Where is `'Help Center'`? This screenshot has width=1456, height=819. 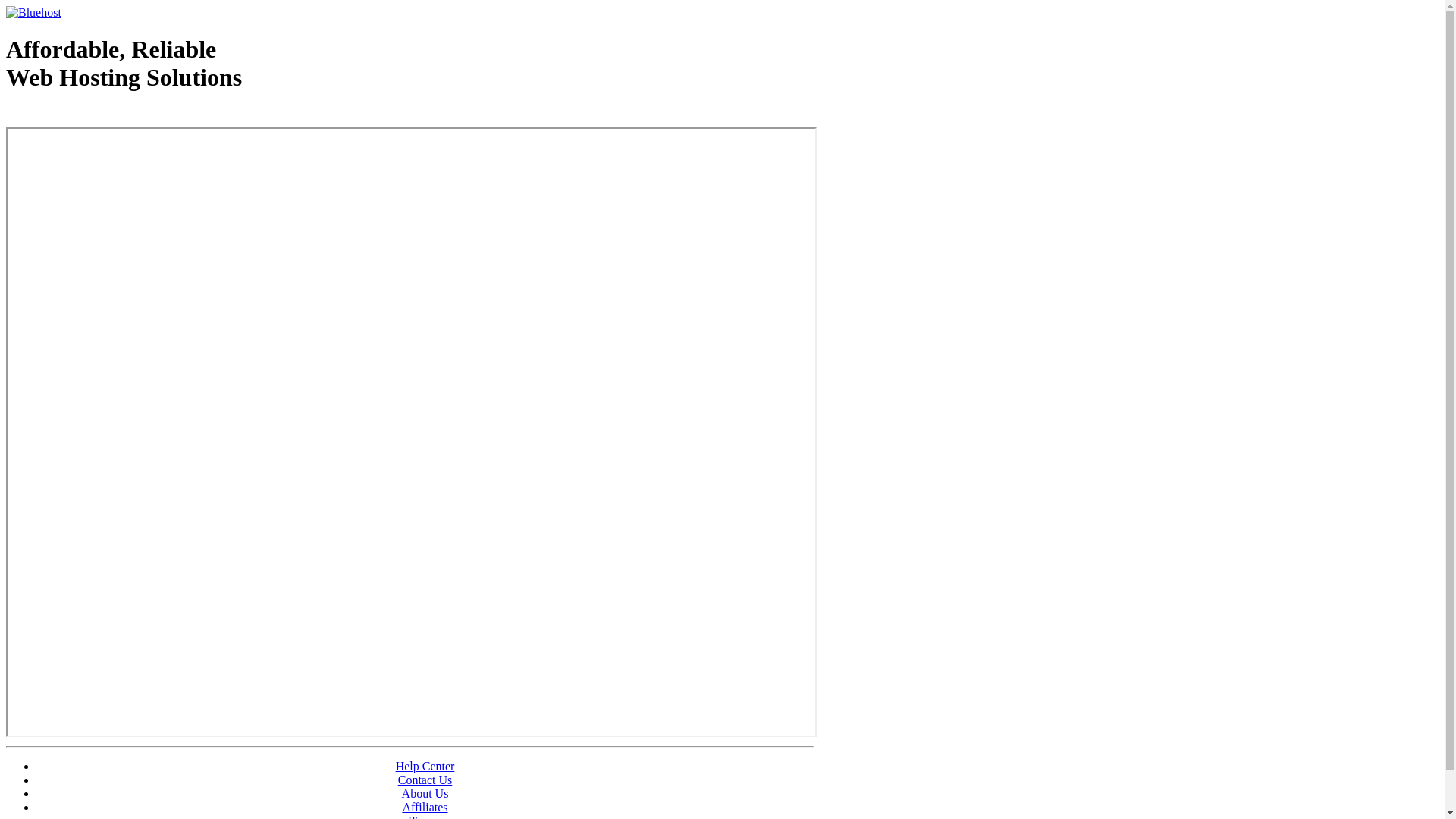 'Help Center' is located at coordinates (425, 766).